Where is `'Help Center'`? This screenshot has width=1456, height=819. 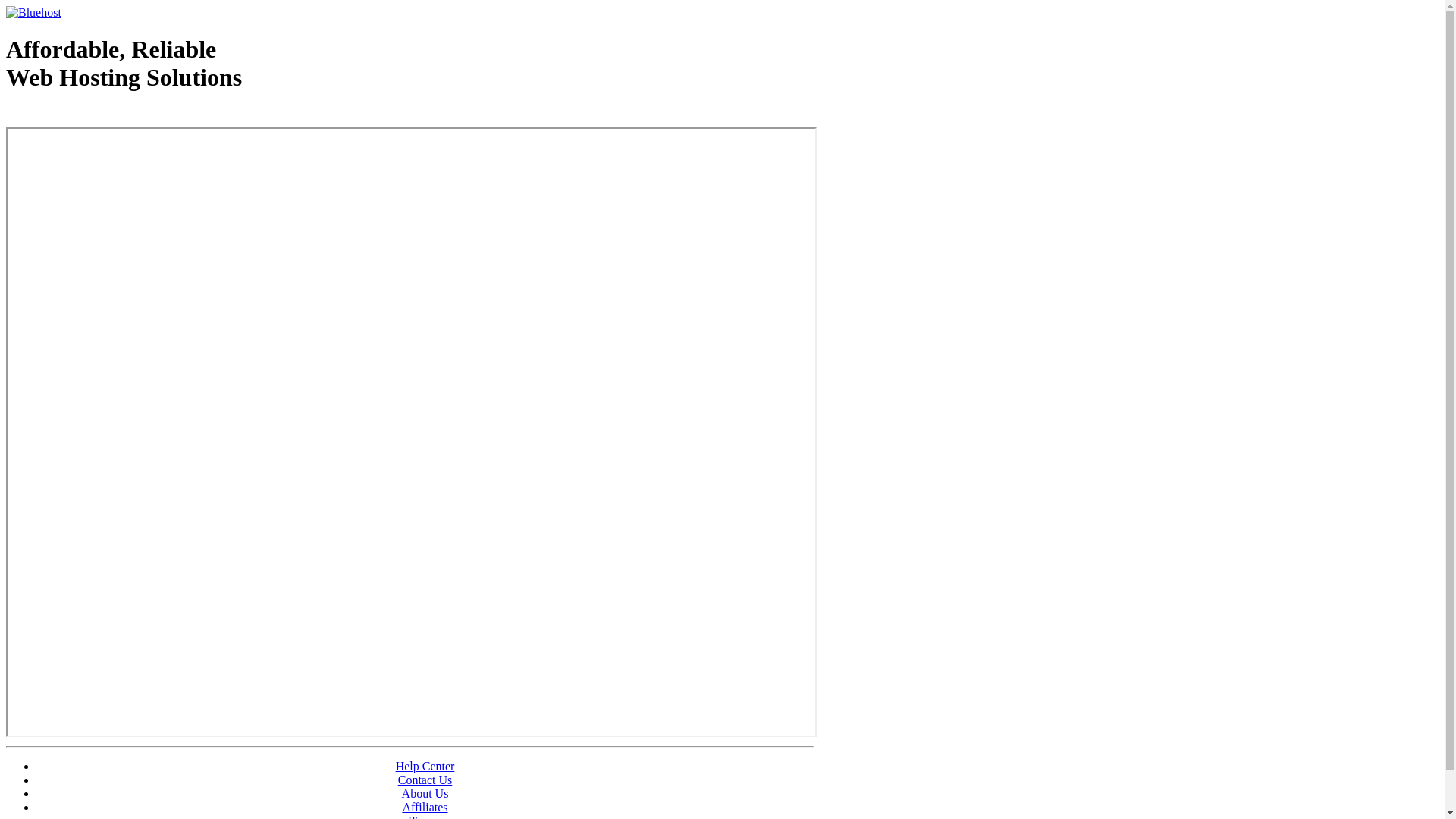 'Help Center' is located at coordinates (425, 766).